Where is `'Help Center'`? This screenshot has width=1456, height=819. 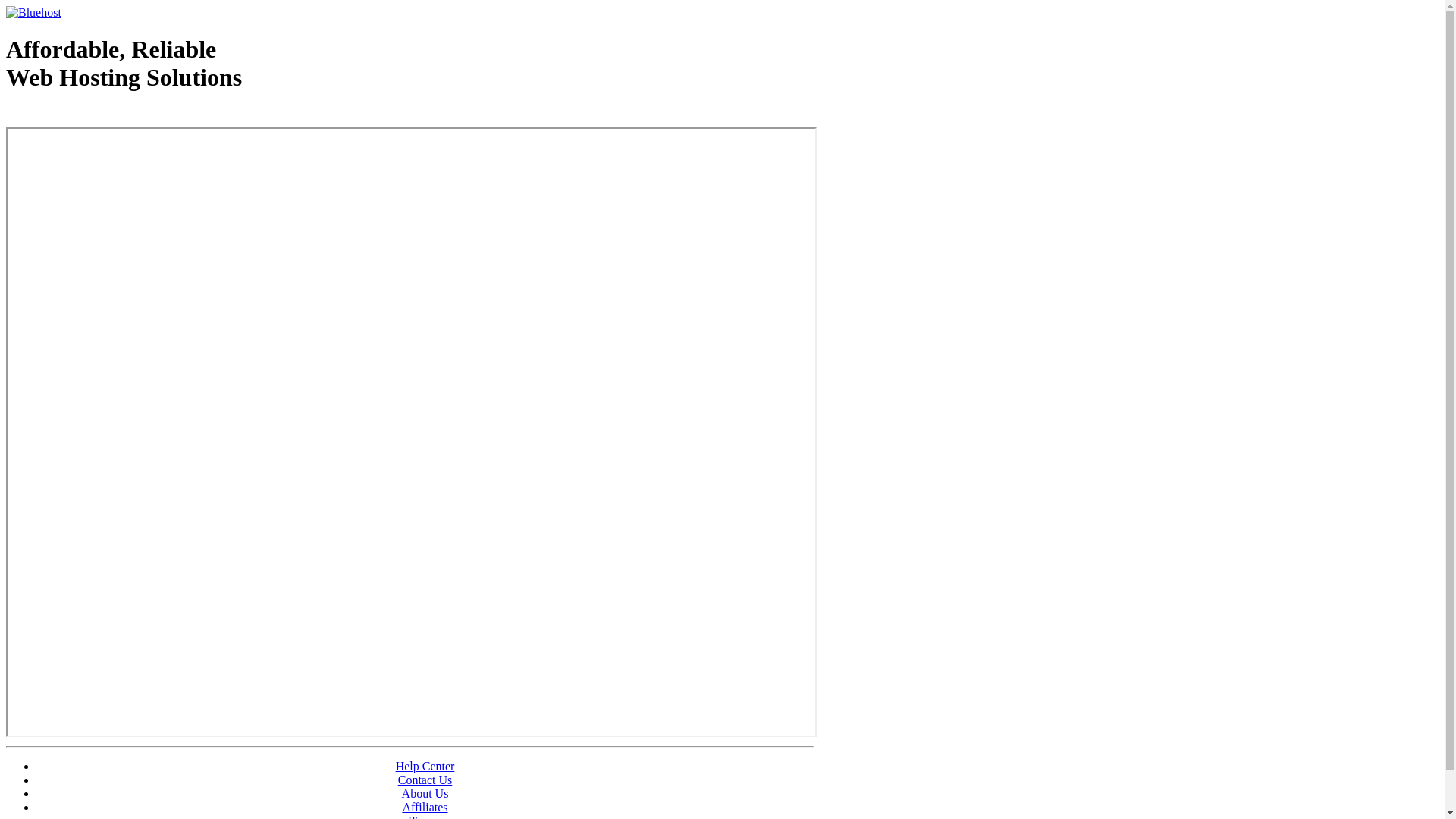 'Help Center' is located at coordinates (425, 766).